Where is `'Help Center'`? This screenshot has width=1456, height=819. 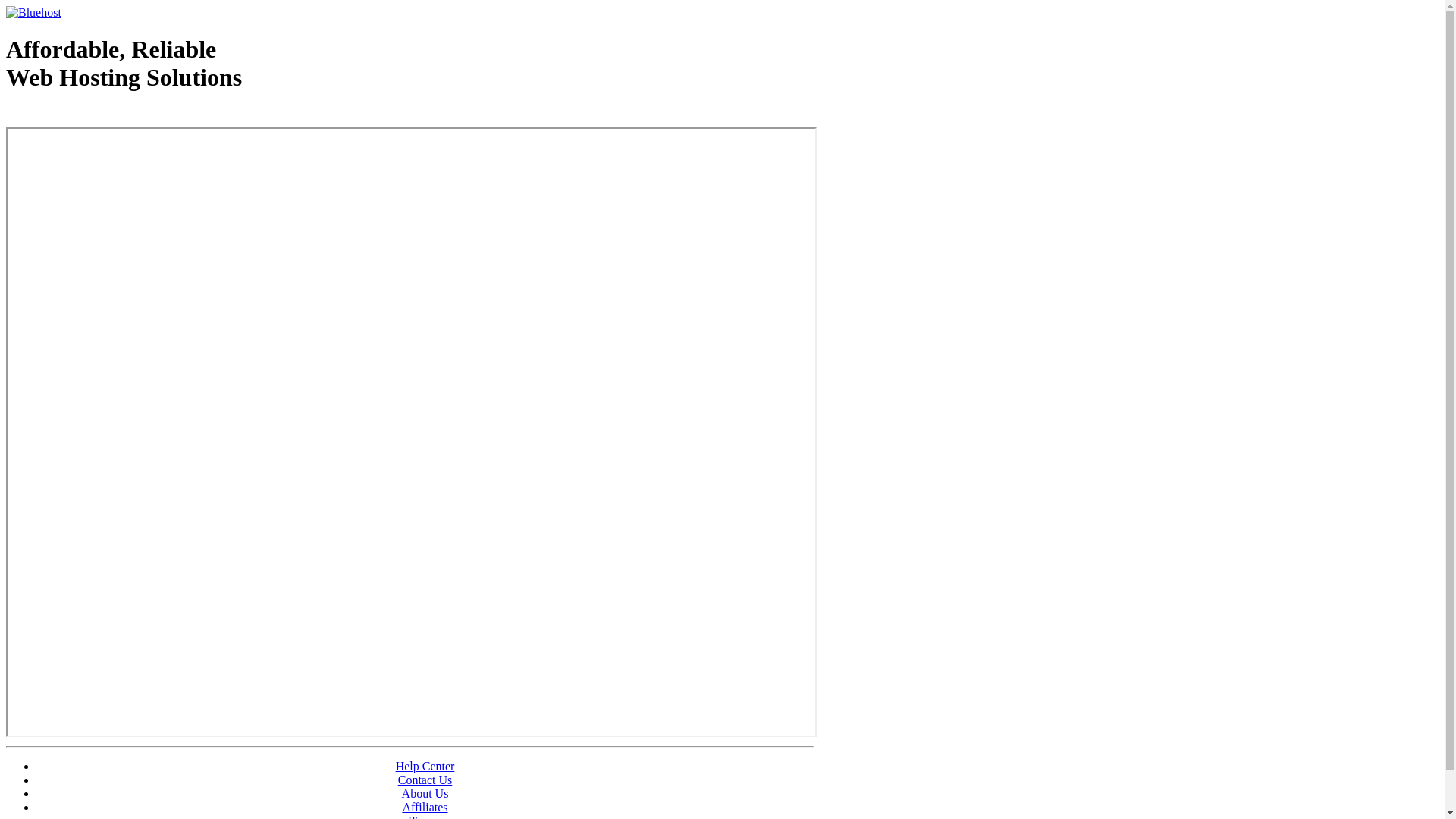 'Help Center' is located at coordinates (425, 766).